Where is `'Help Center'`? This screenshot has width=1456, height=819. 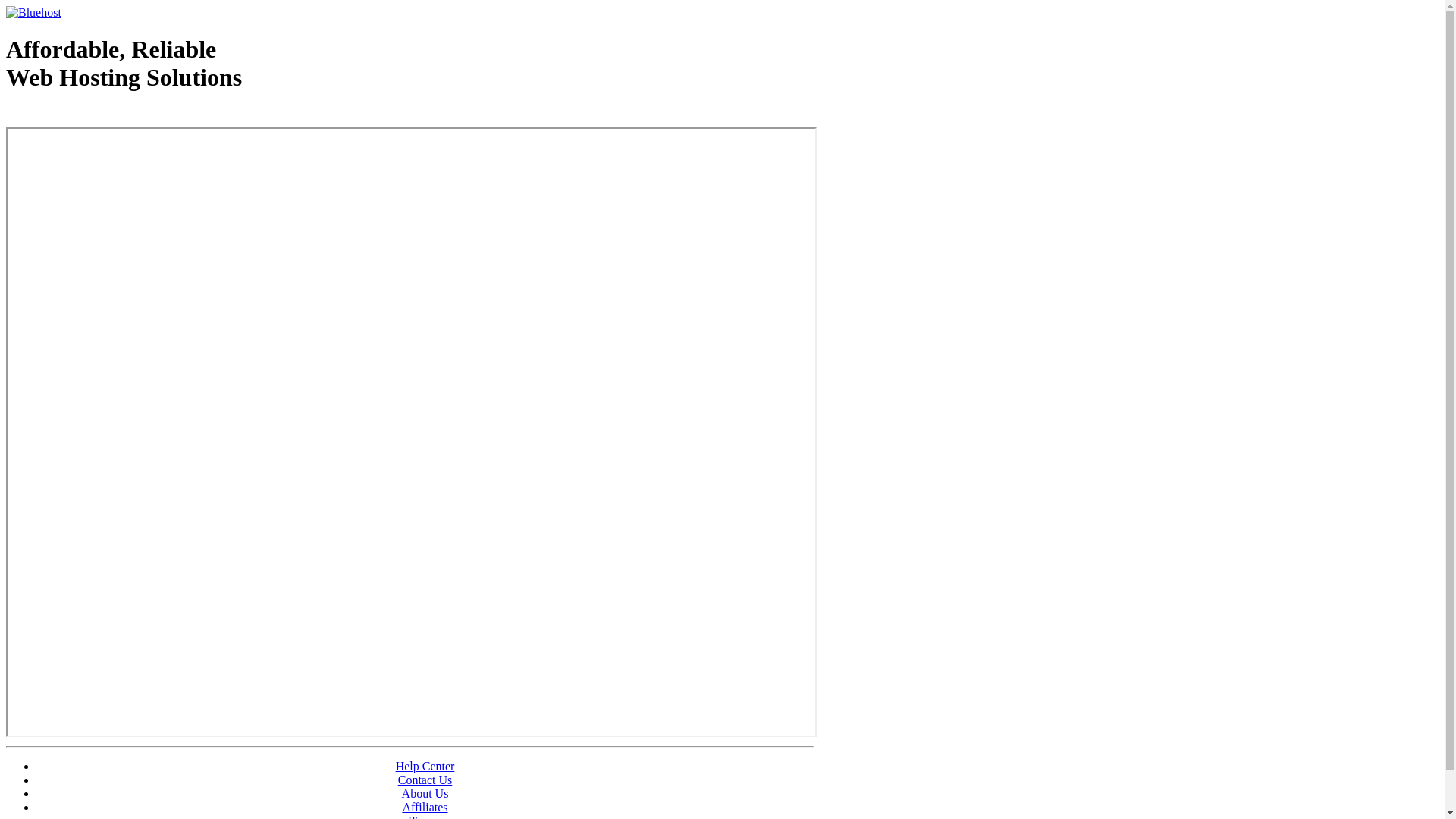 'Help Center' is located at coordinates (425, 766).